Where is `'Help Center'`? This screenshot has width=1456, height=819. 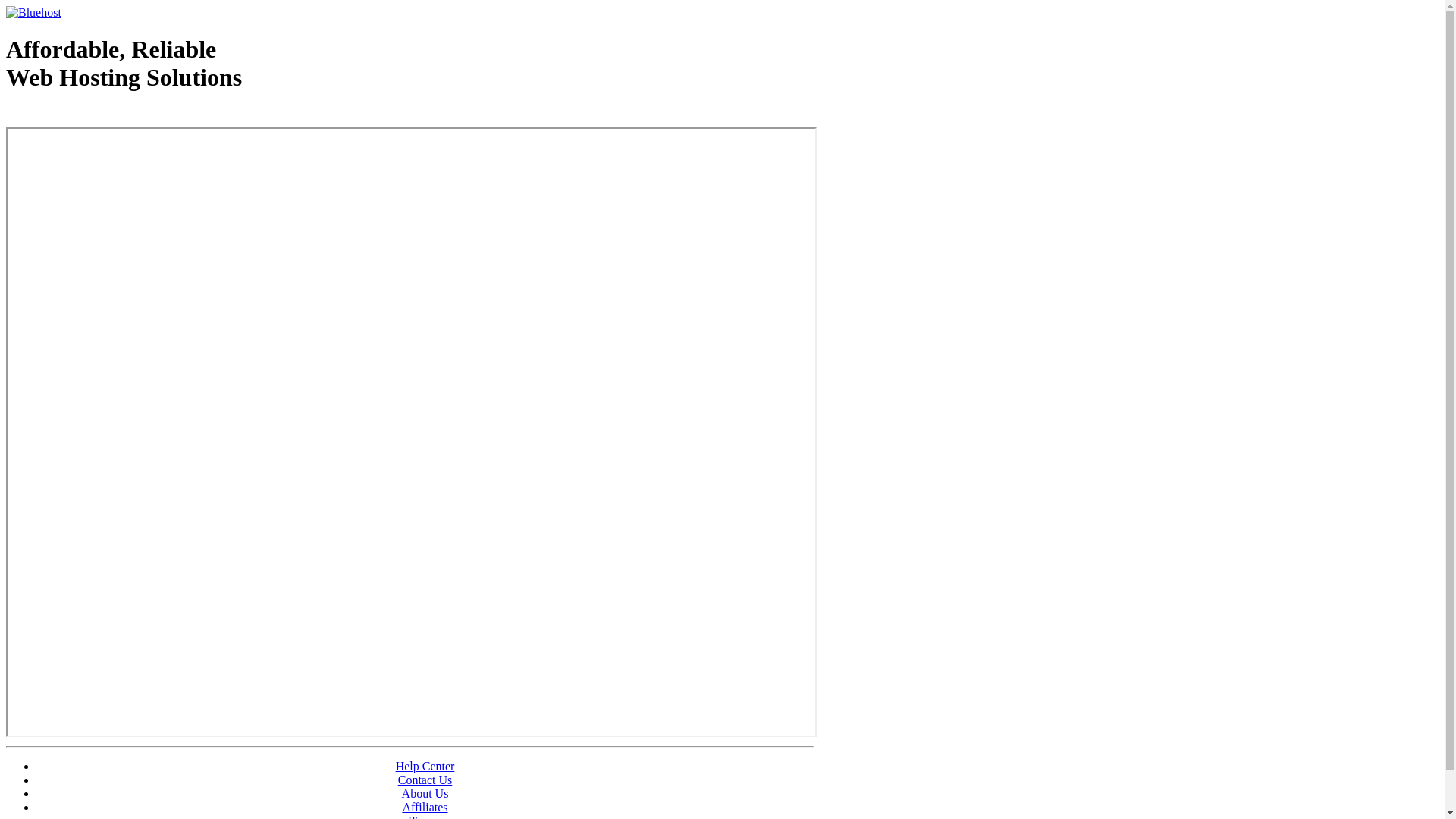 'Help Center' is located at coordinates (425, 766).